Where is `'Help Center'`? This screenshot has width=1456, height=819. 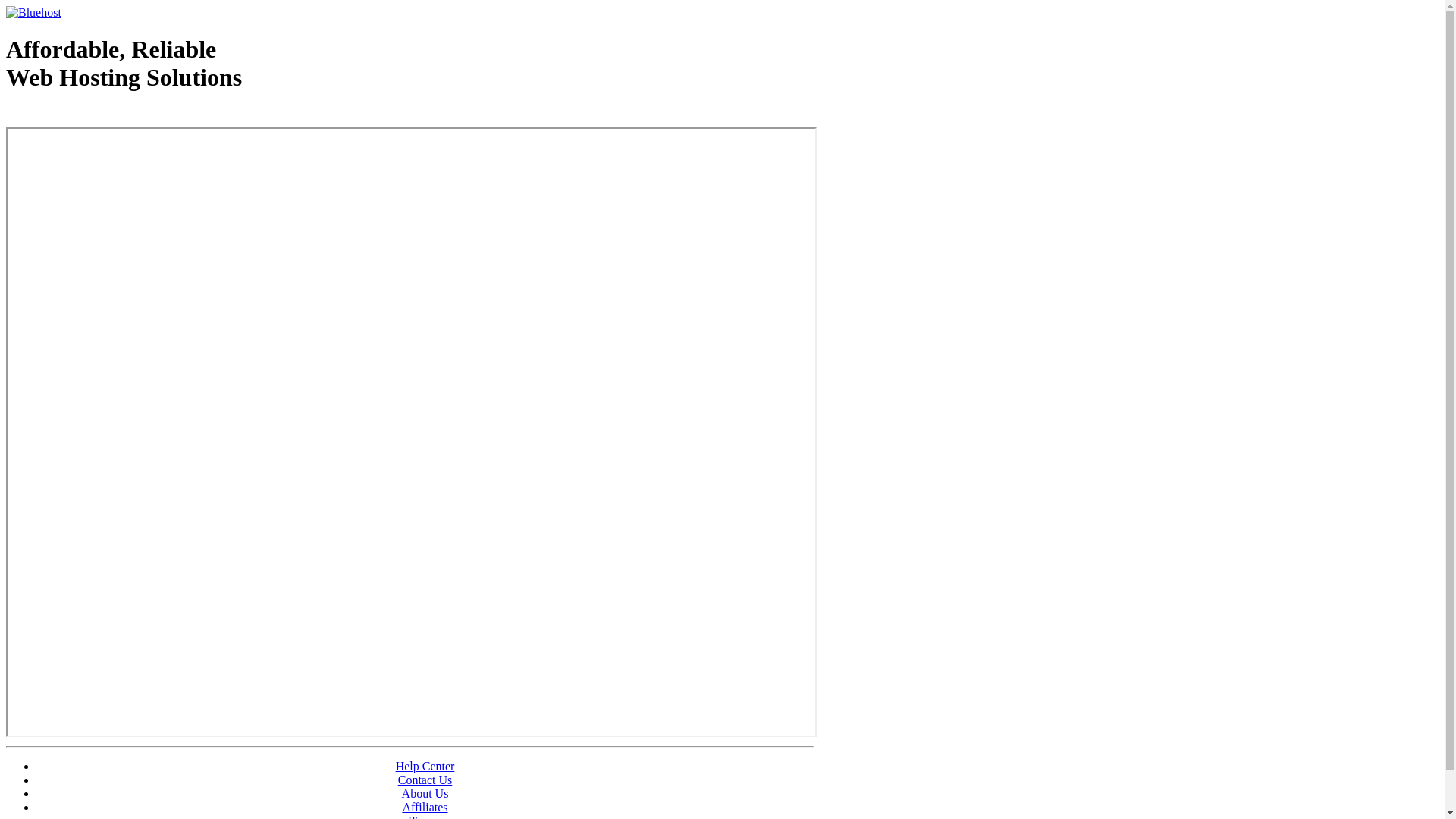 'Help Center' is located at coordinates (425, 766).